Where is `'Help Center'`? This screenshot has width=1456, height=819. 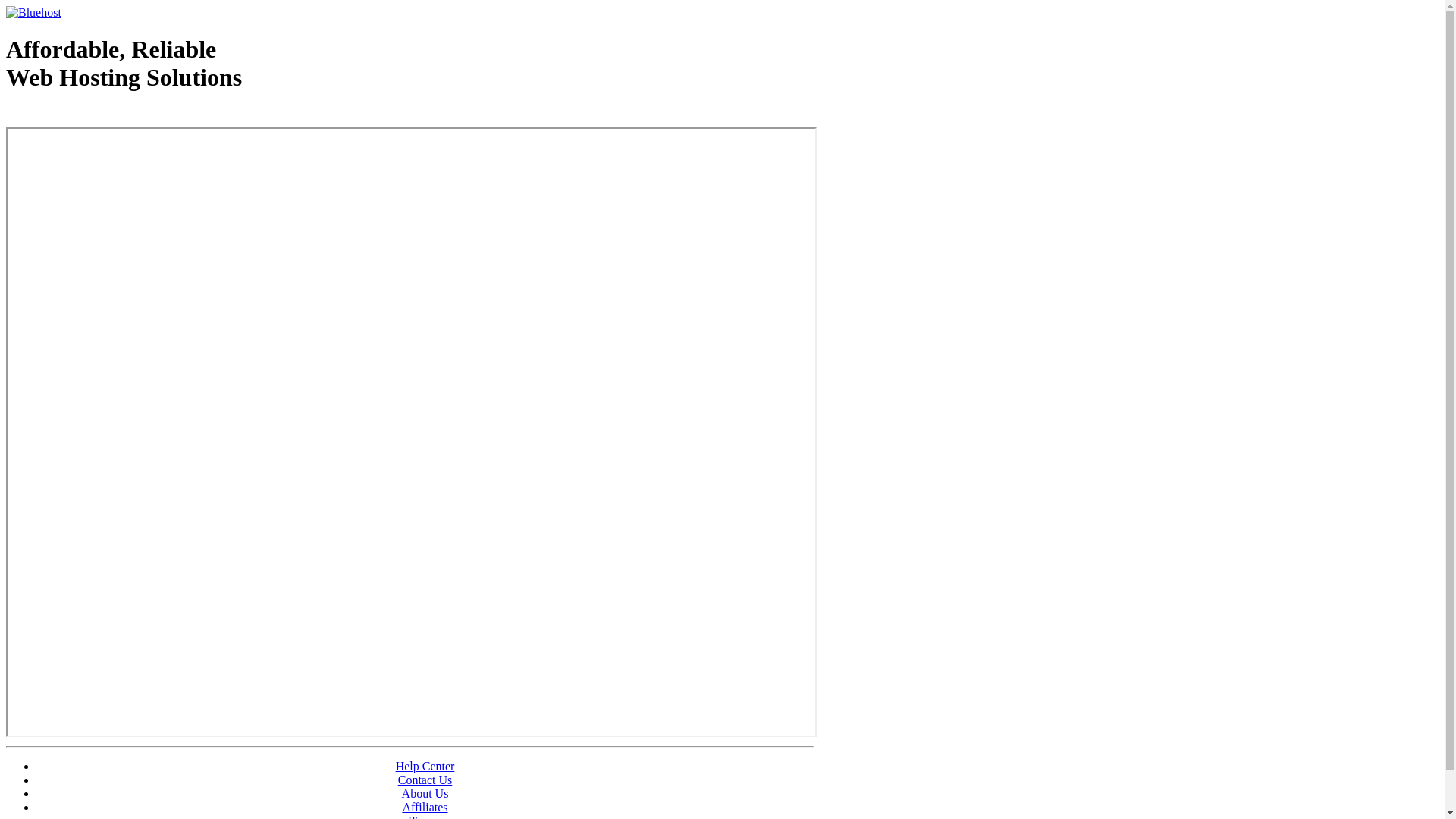 'Help Center' is located at coordinates (425, 766).